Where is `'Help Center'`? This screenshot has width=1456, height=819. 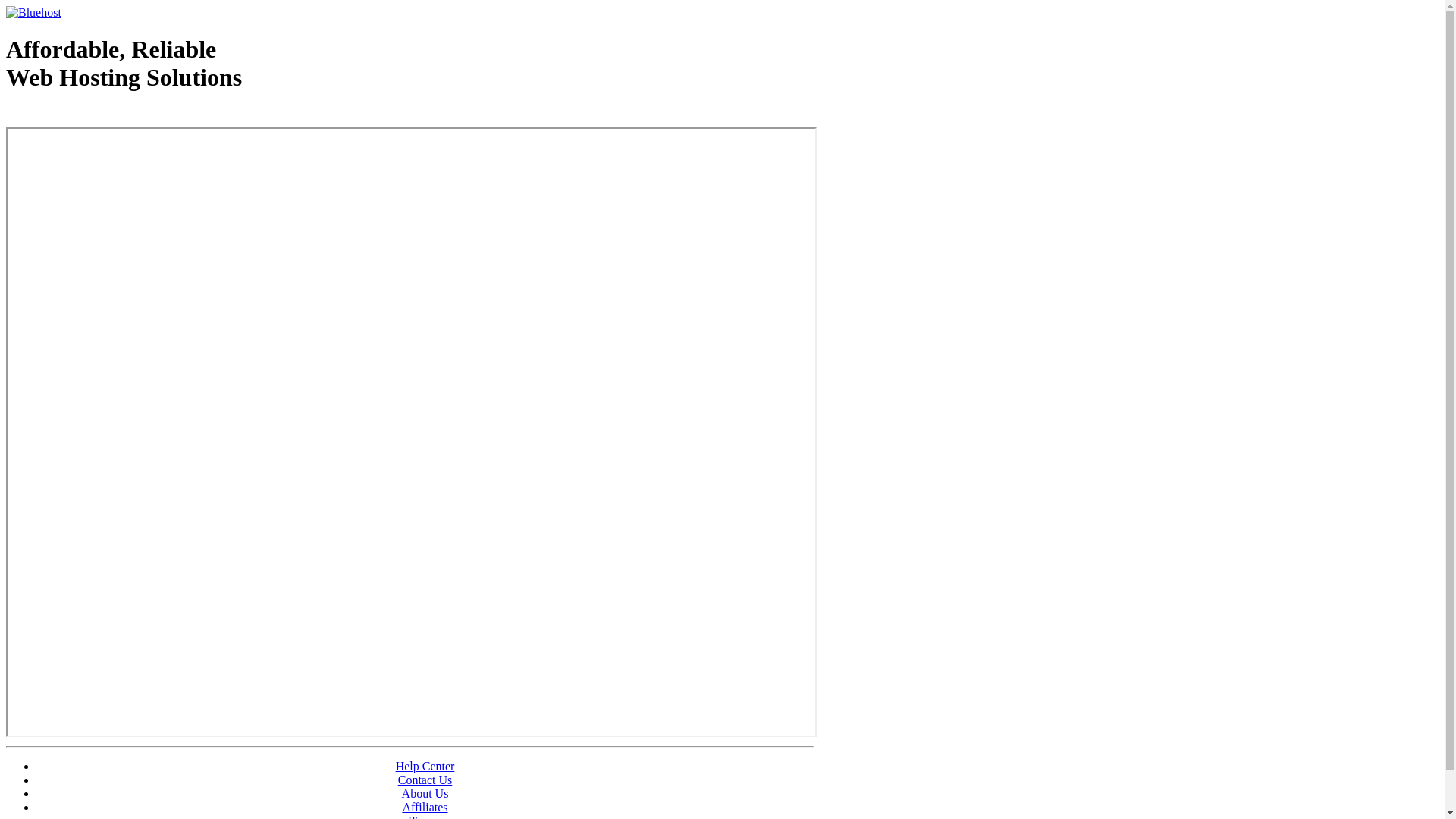 'Help Center' is located at coordinates (425, 766).